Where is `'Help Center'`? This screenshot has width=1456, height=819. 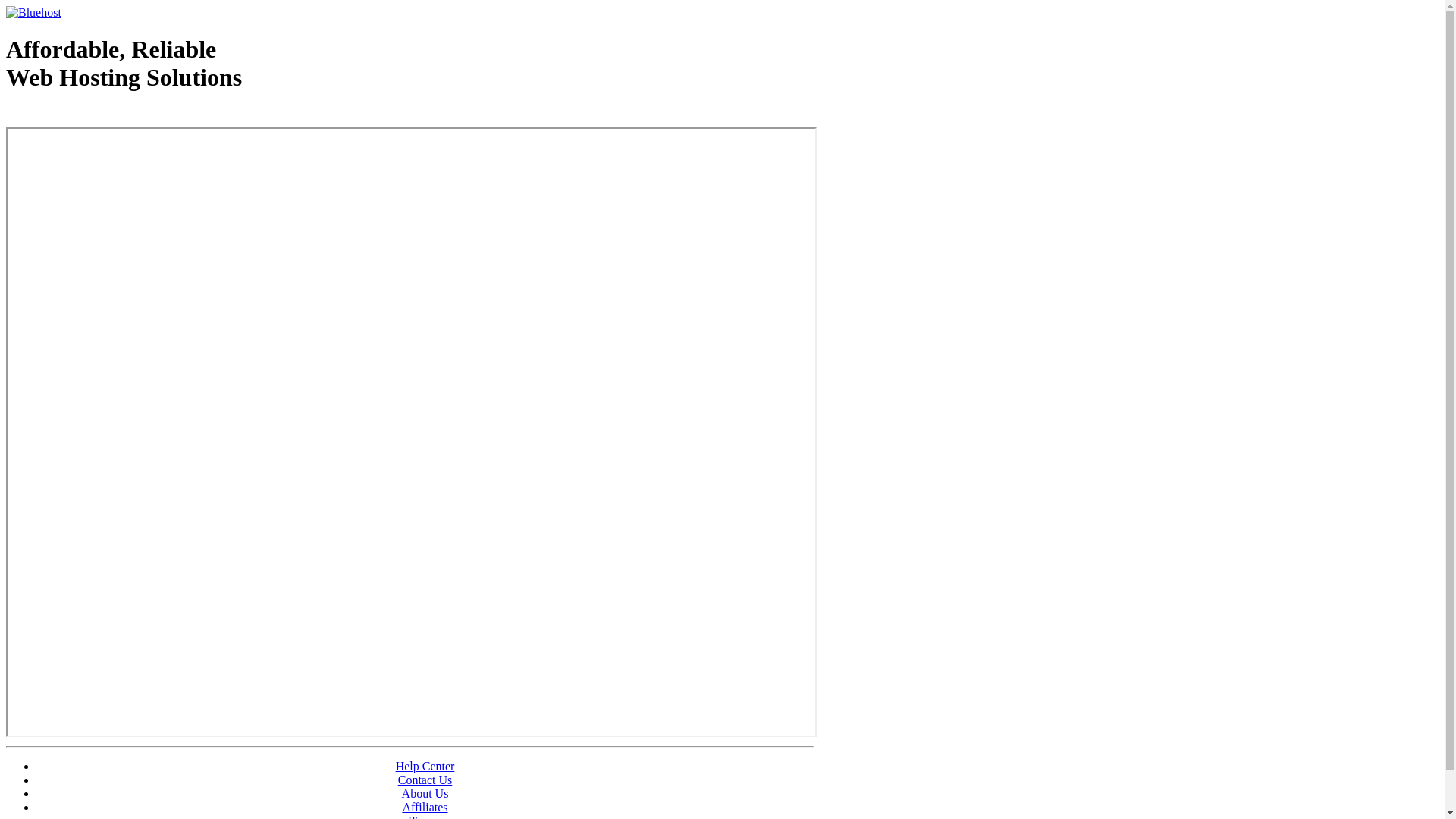 'Help Center' is located at coordinates (425, 766).